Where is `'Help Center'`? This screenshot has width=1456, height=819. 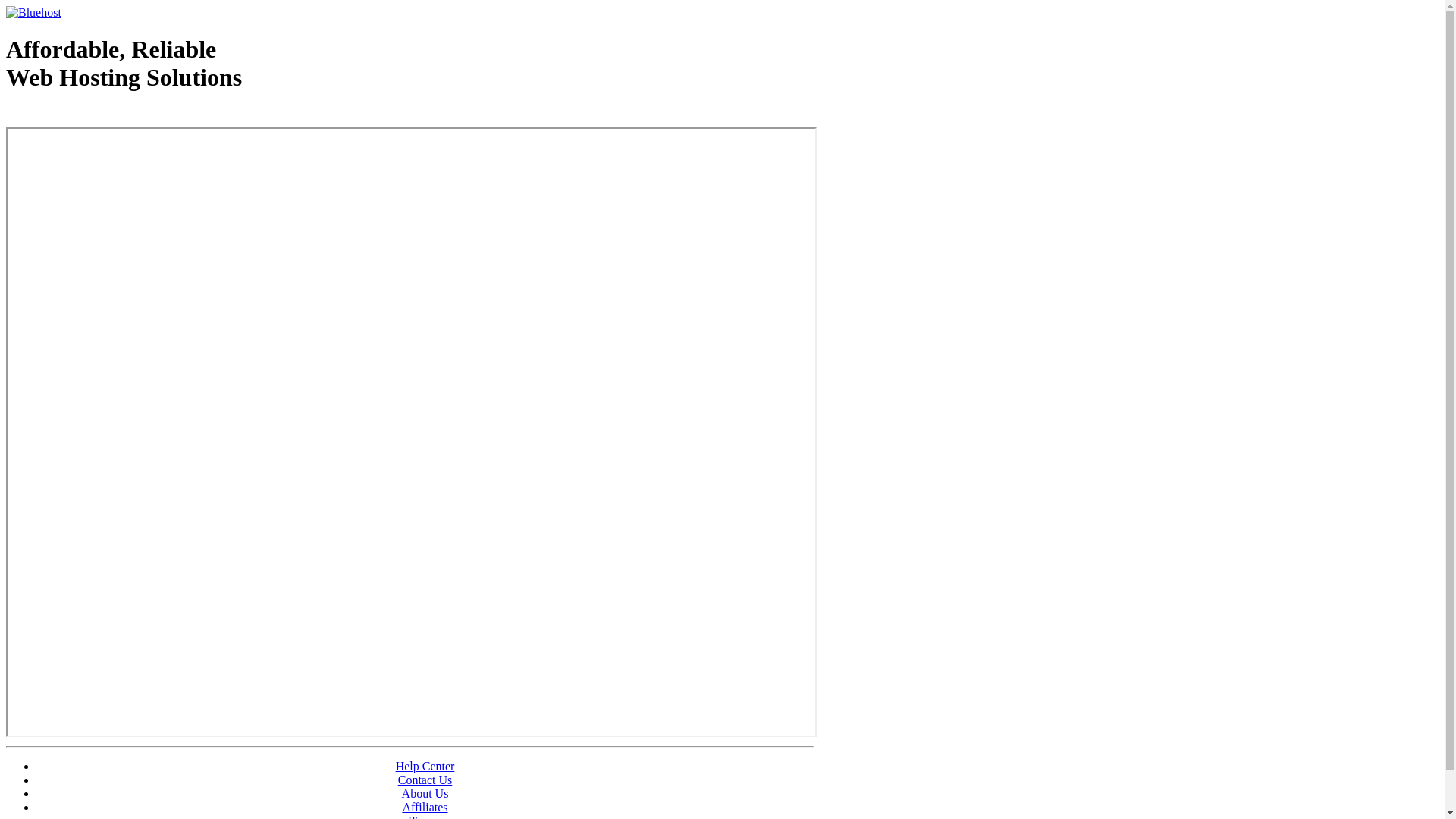 'Help Center' is located at coordinates (425, 766).